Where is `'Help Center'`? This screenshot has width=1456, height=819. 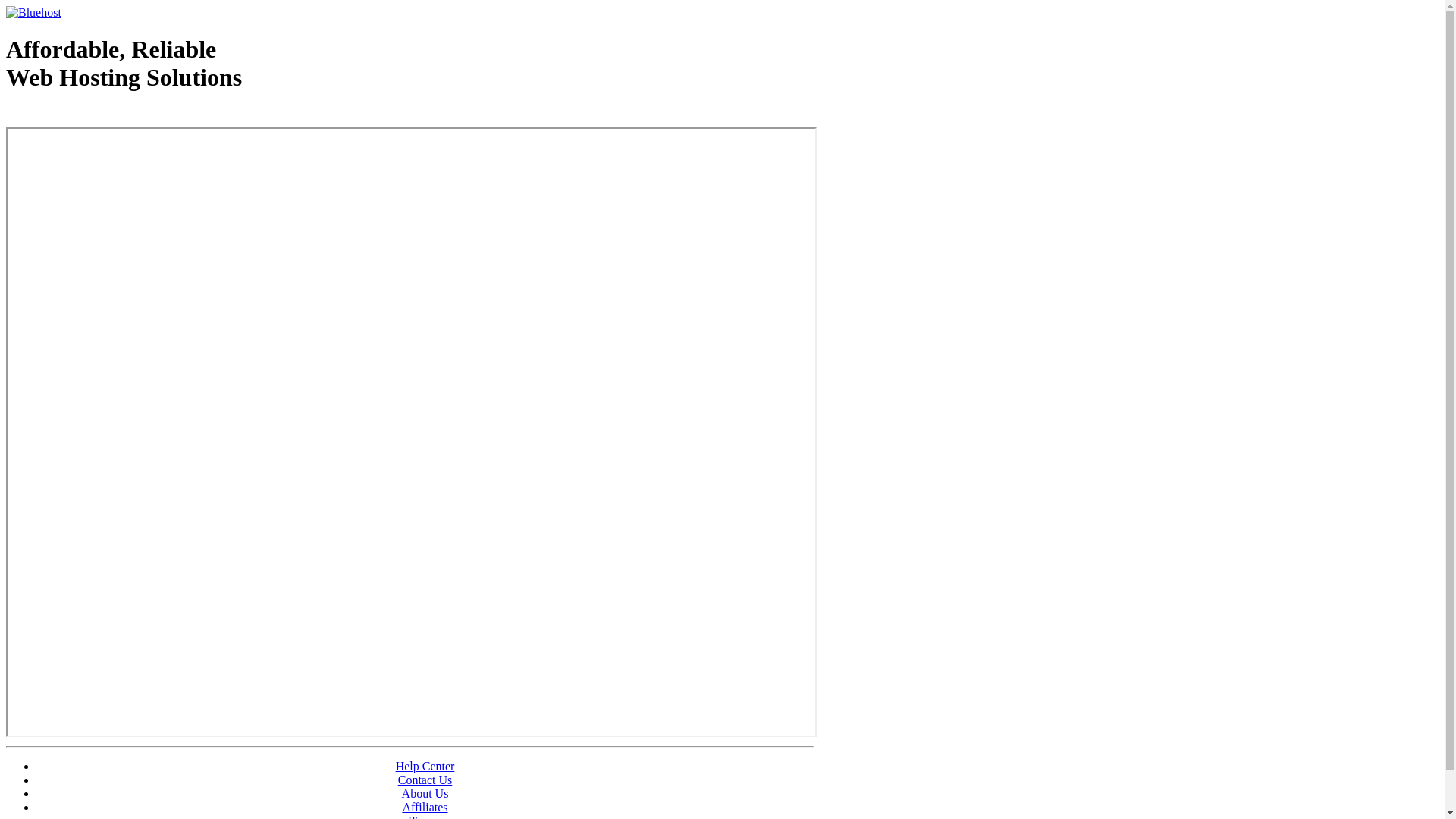 'Help Center' is located at coordinates (425, 766).